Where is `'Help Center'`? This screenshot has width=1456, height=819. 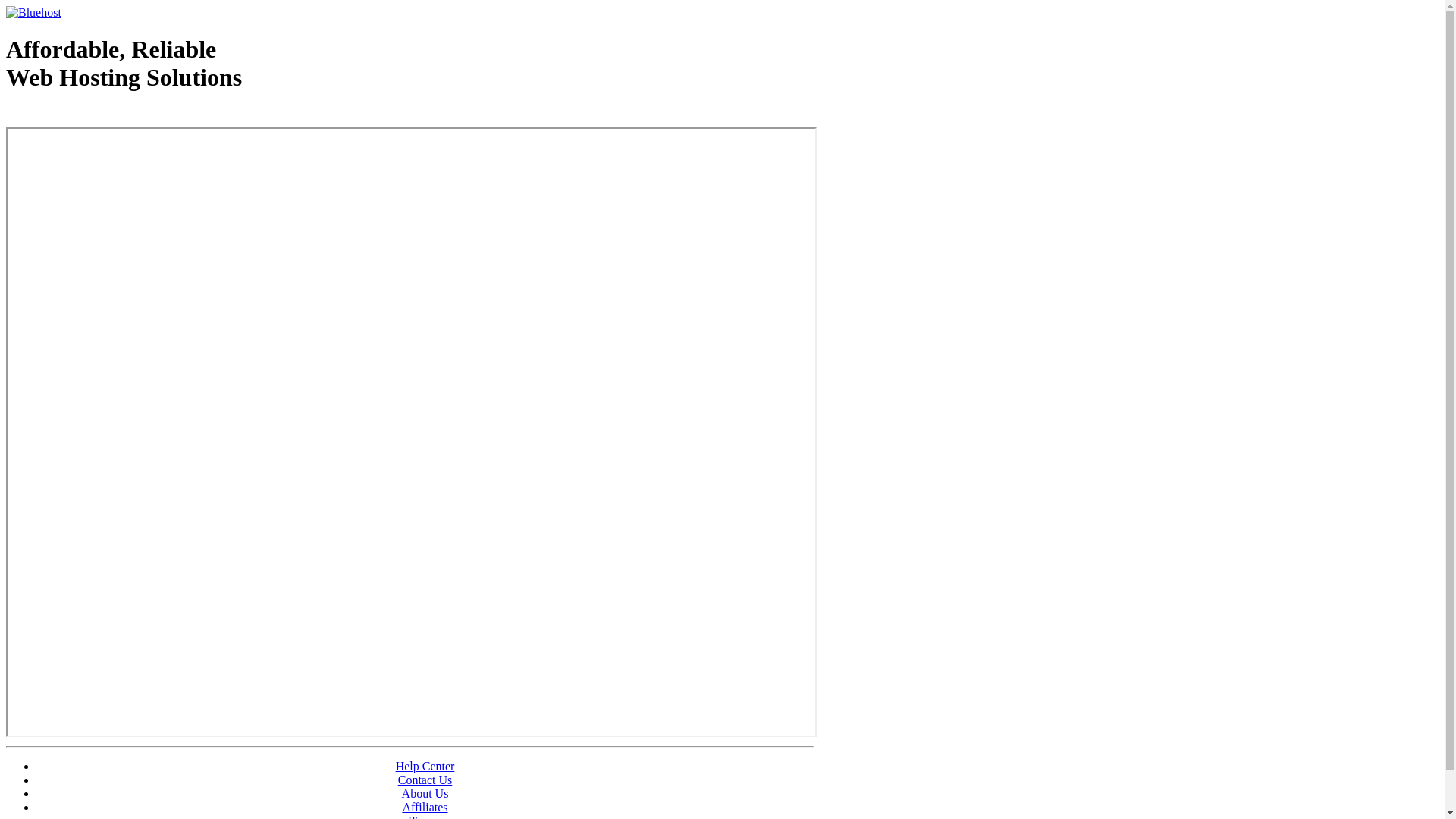 'Help Center' is located at coordinates (425, 766).